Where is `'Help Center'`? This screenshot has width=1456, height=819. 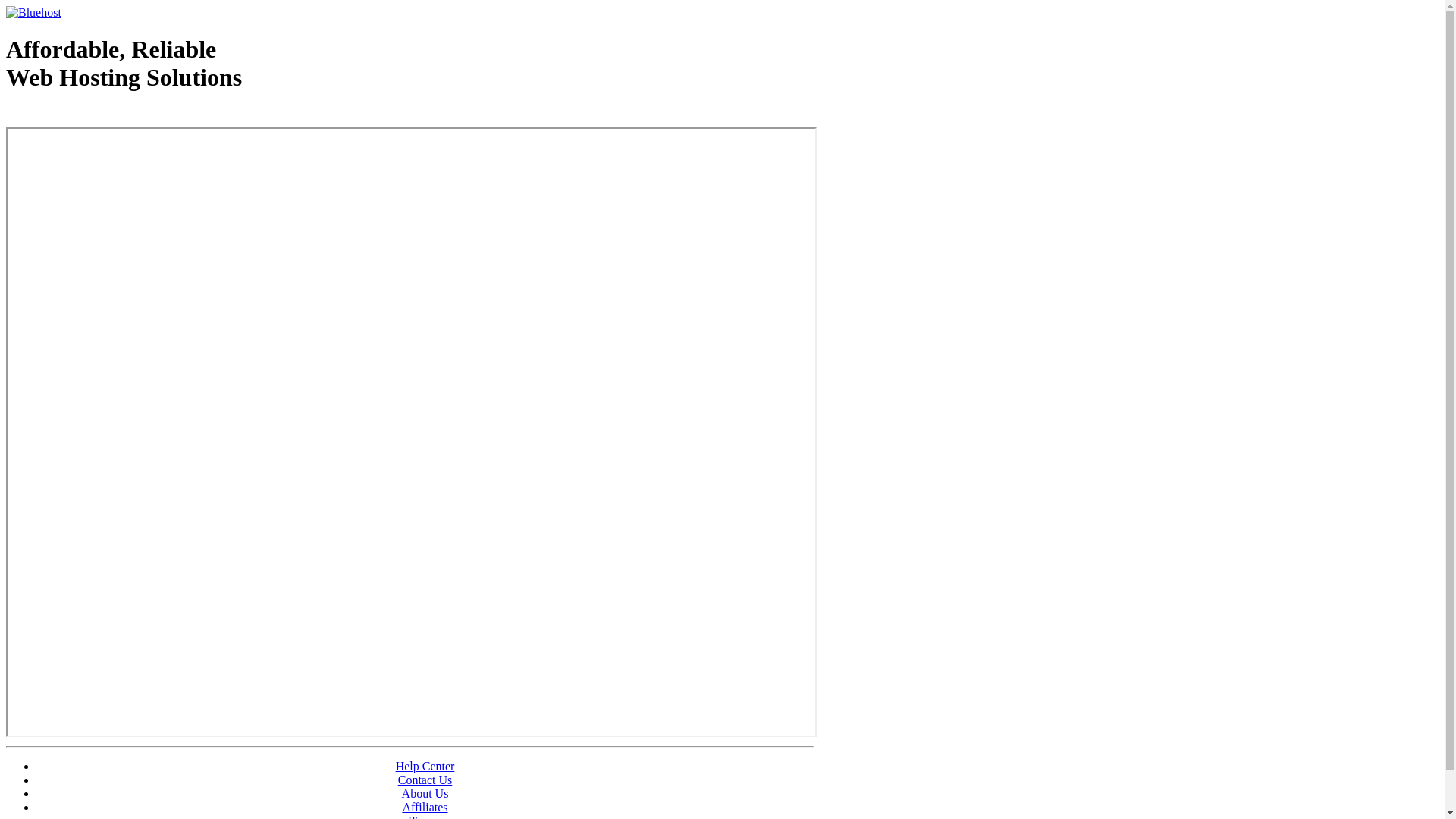 'Help Center' is located at coordinates (425, 766).